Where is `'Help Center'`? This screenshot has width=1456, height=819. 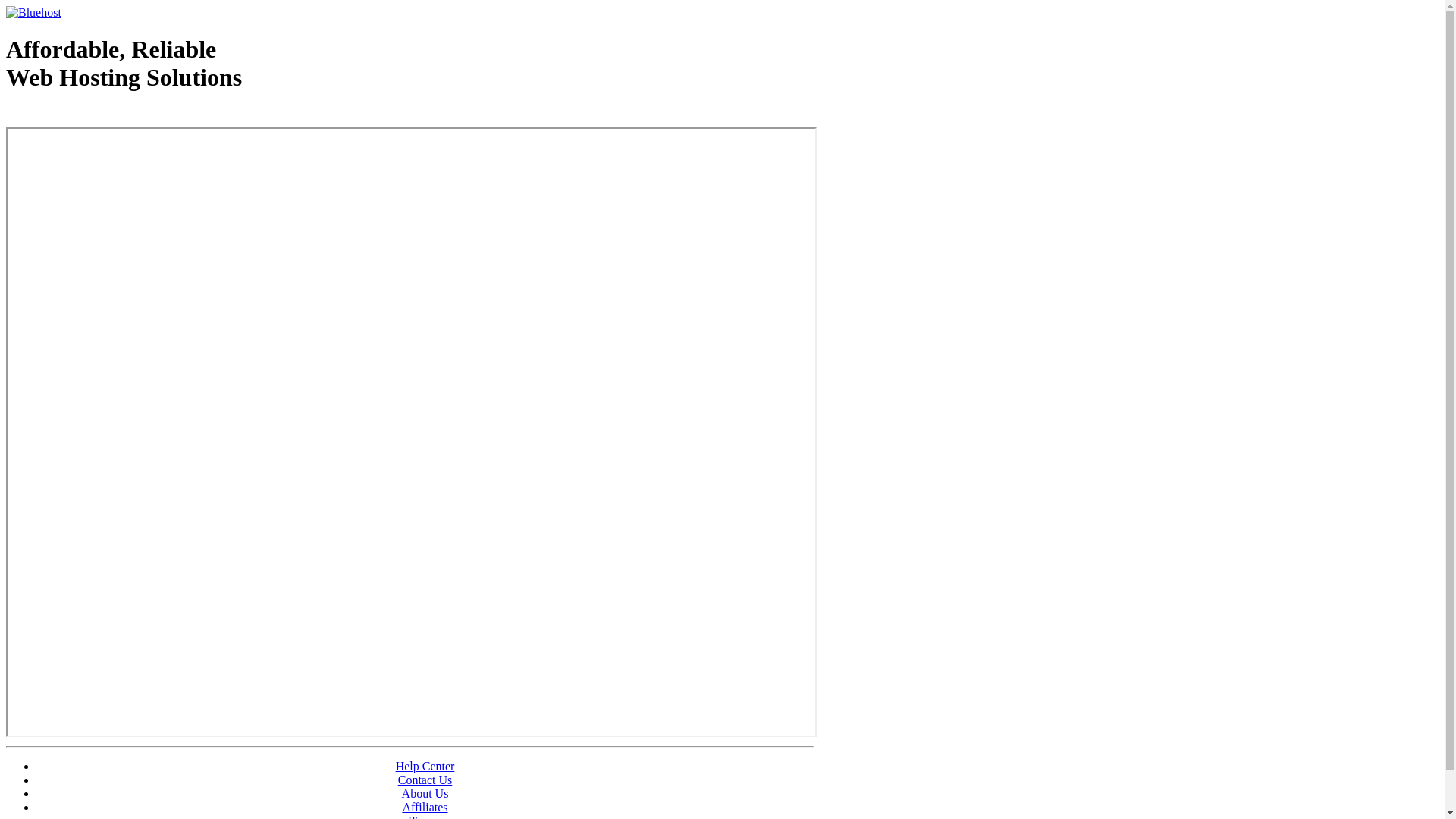 'Help Center' is located at coordinates (425, 766).